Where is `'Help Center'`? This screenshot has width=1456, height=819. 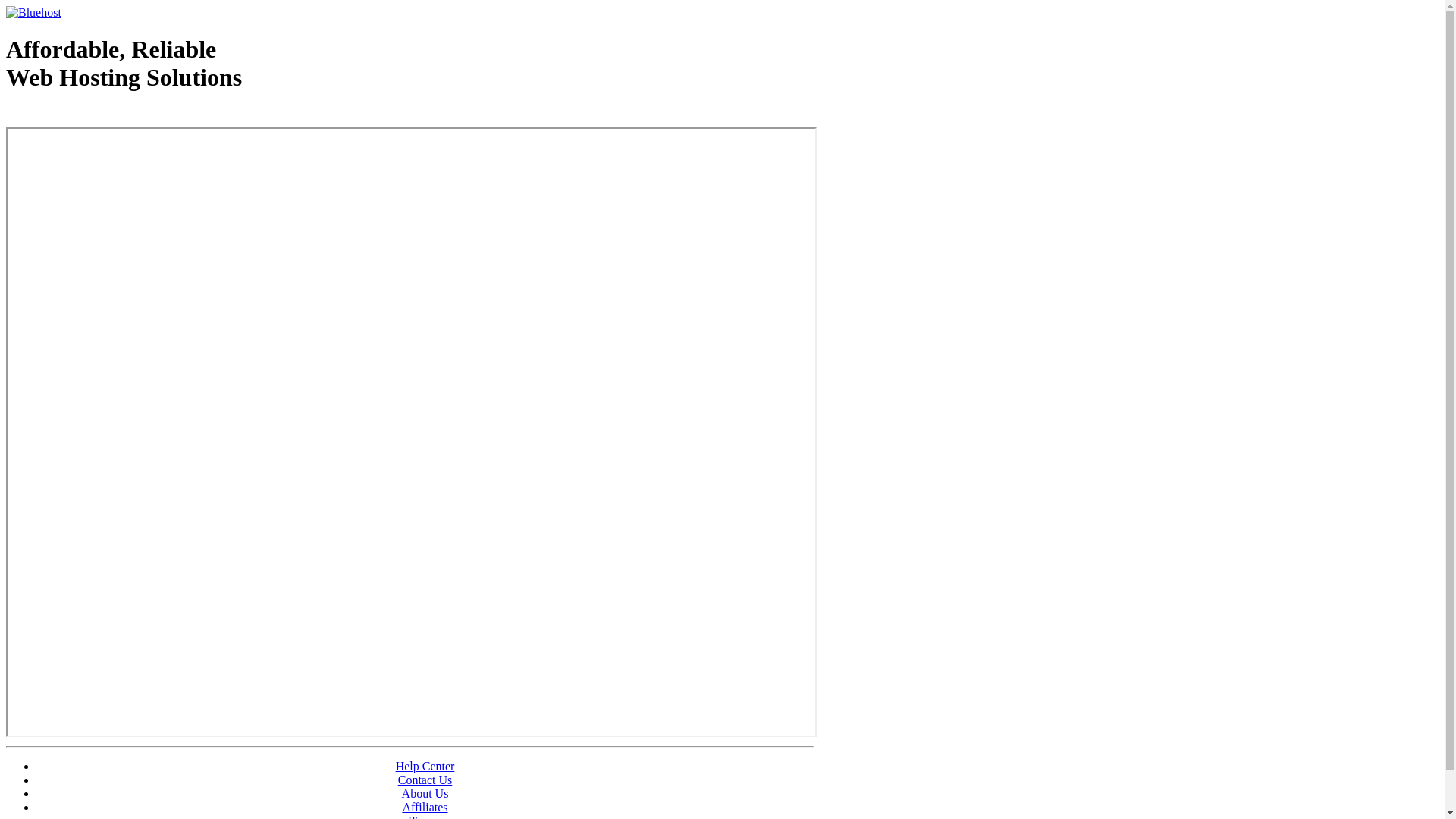 'Help Center' is located at coordinates (425, 766).